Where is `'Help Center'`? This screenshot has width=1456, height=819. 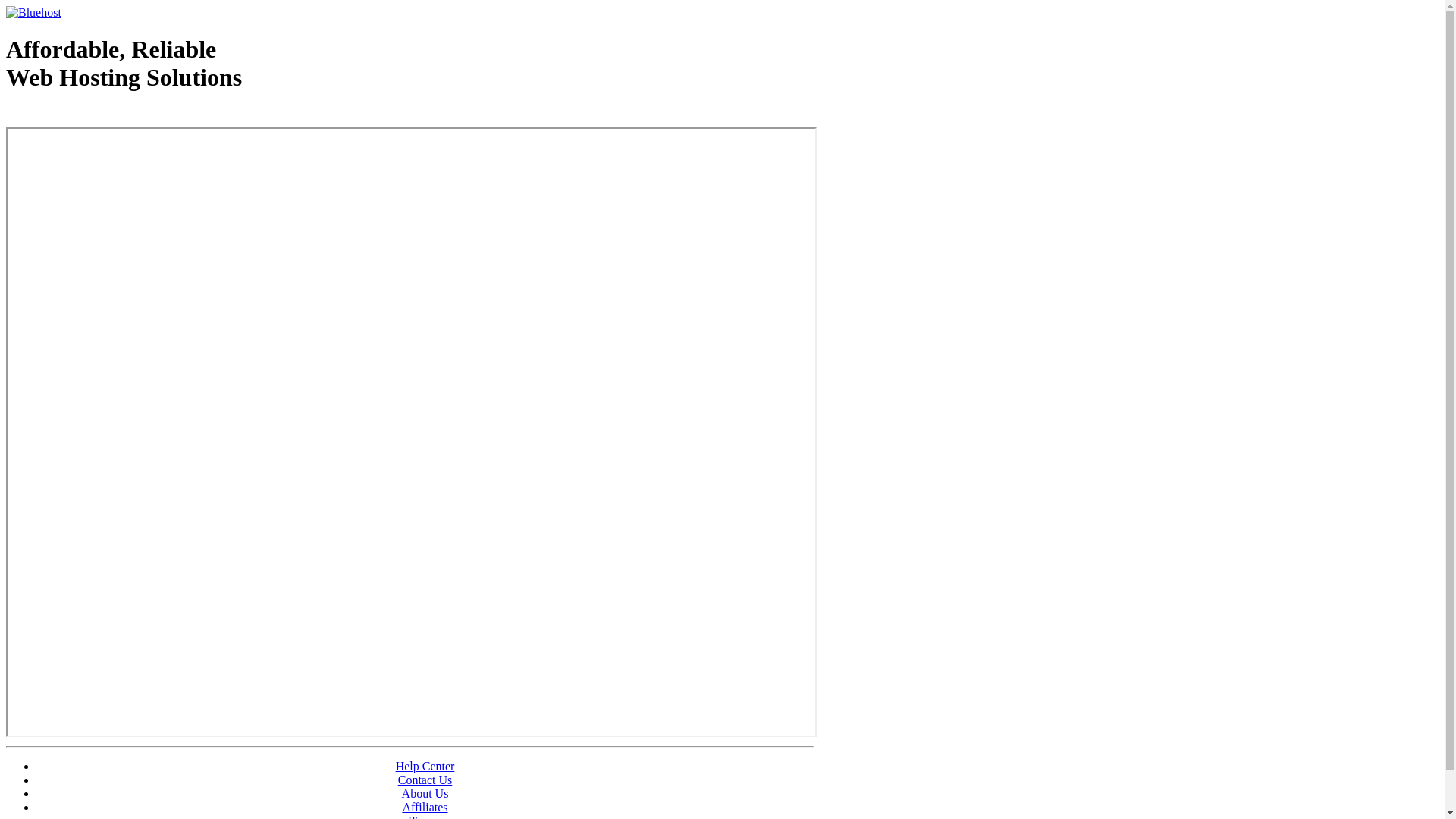 'Help Center' is located at coordinates (425, 766).